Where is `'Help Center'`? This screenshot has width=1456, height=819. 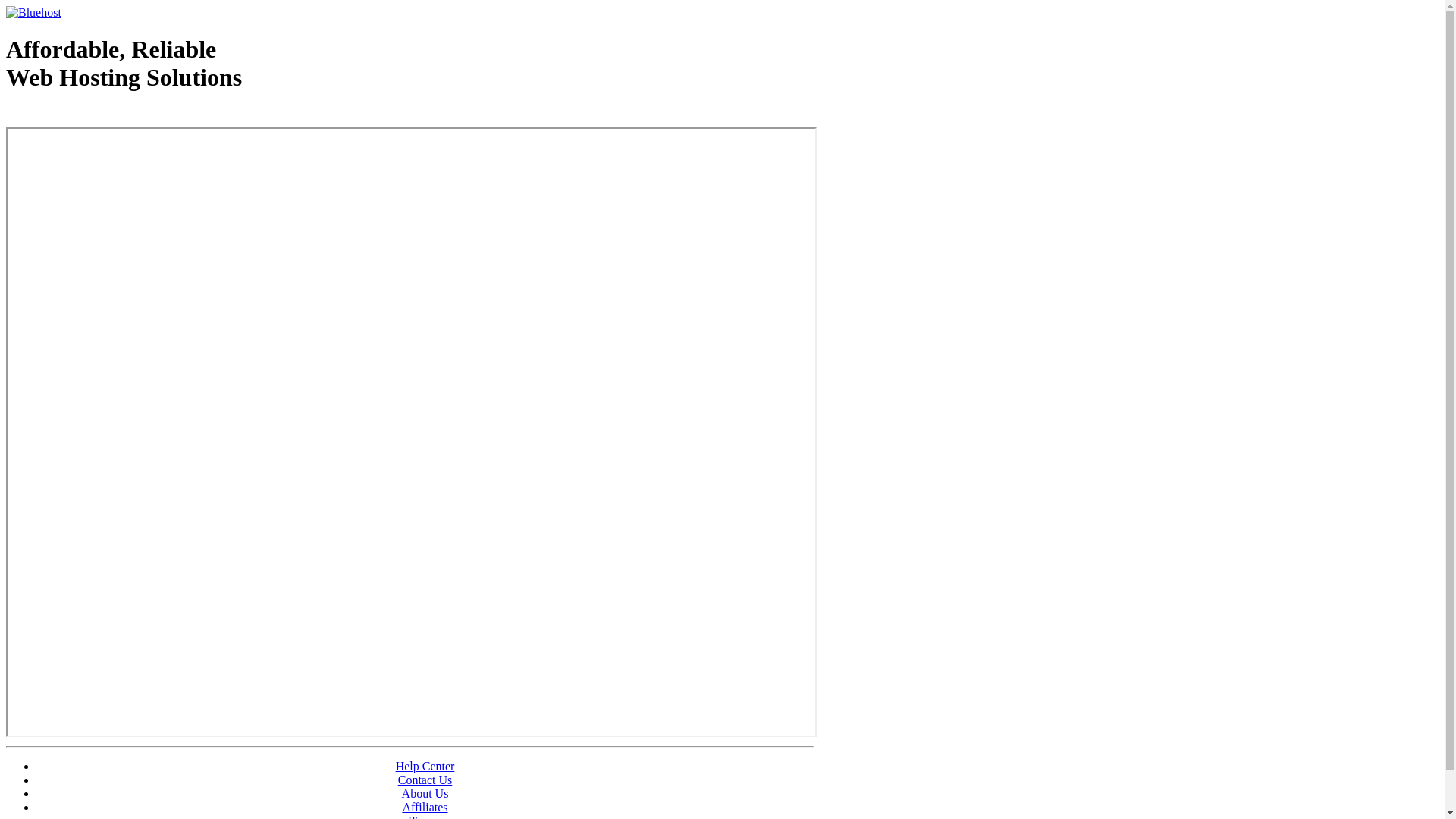 'Help Center' is located at coordinates (425, 766).